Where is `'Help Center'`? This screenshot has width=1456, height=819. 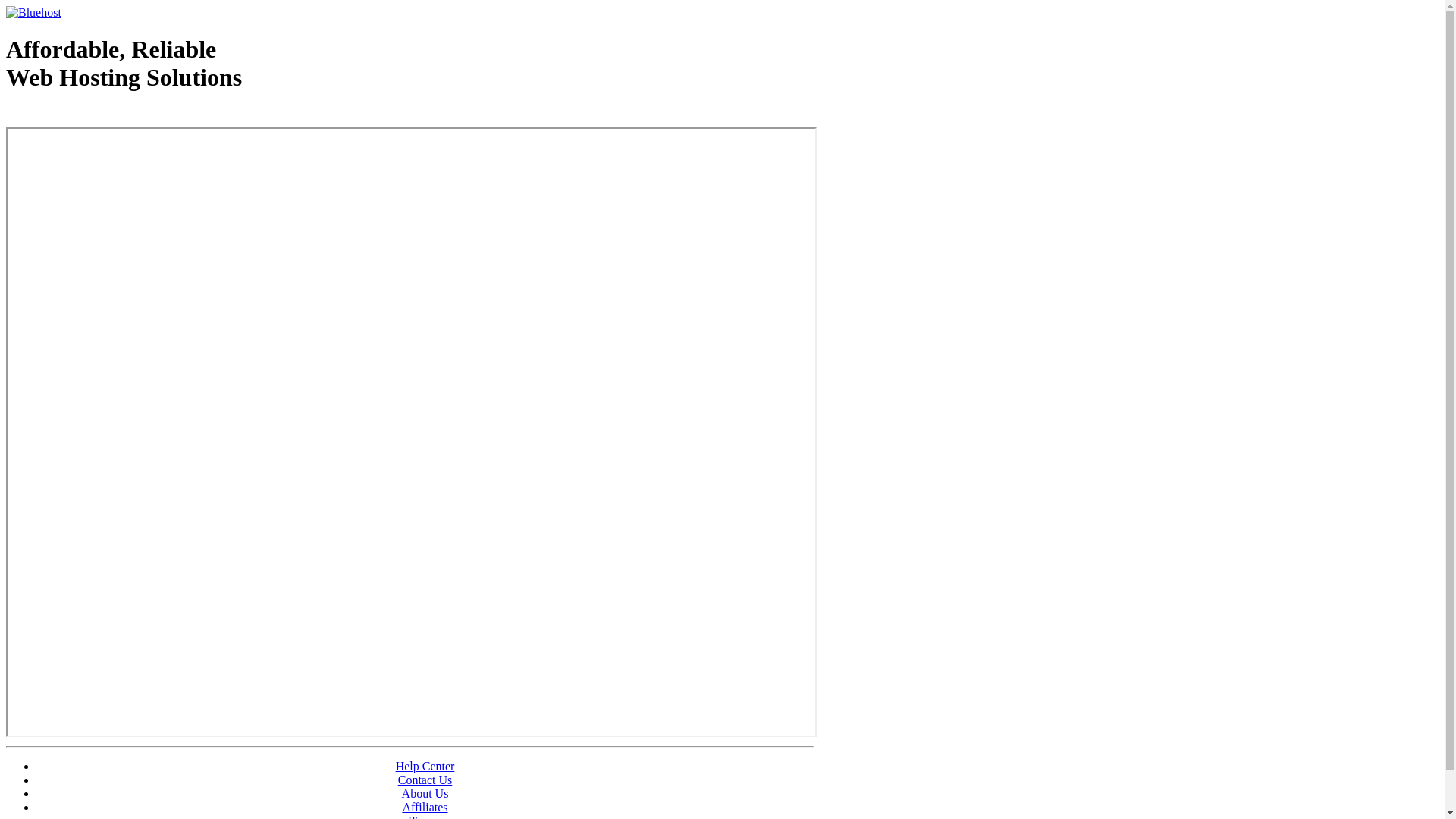 'Help Center' is located at coordinates (425, 766).